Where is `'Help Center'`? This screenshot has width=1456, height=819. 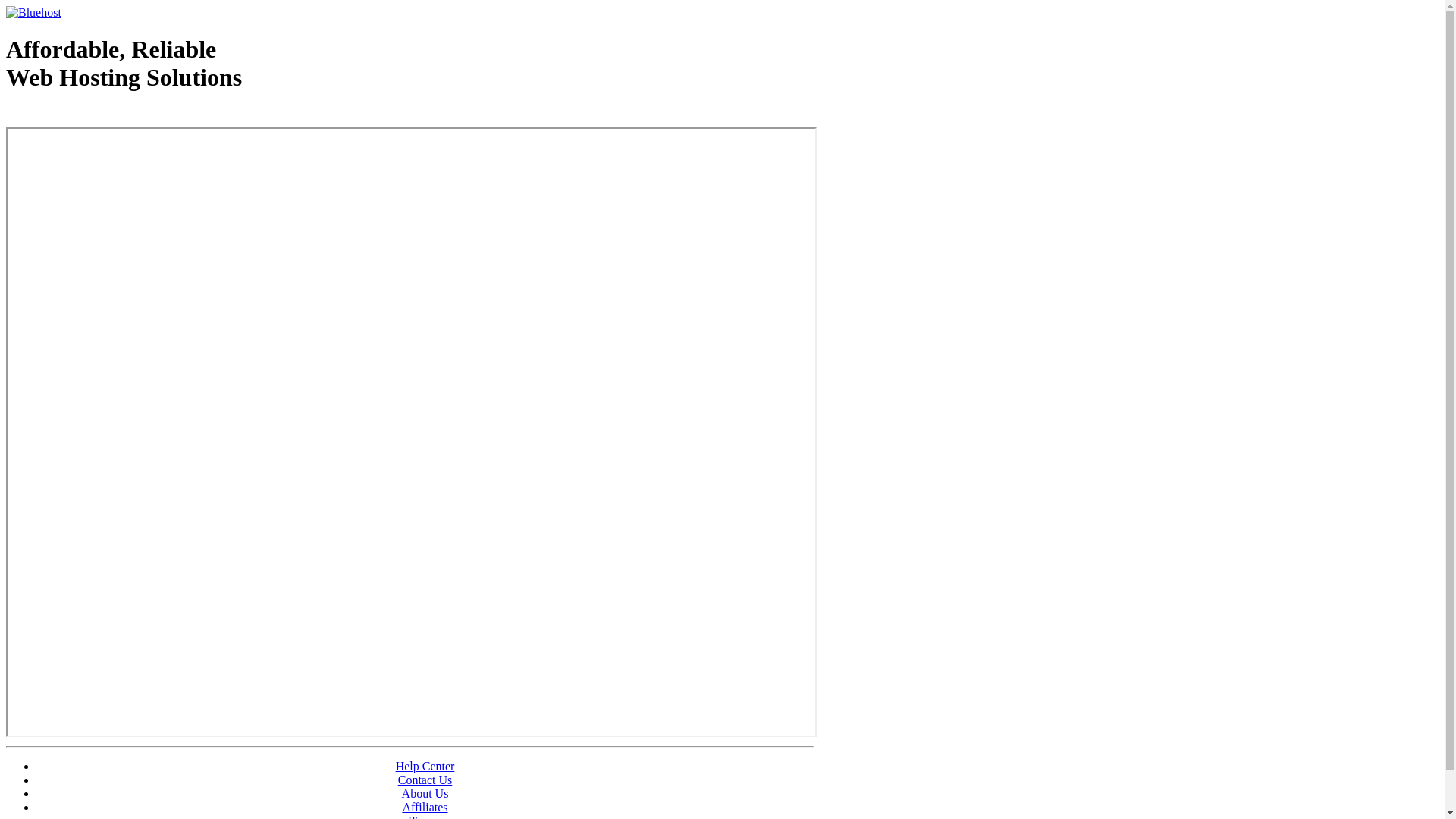 'Help Center' is located at coordinates (425, 766).